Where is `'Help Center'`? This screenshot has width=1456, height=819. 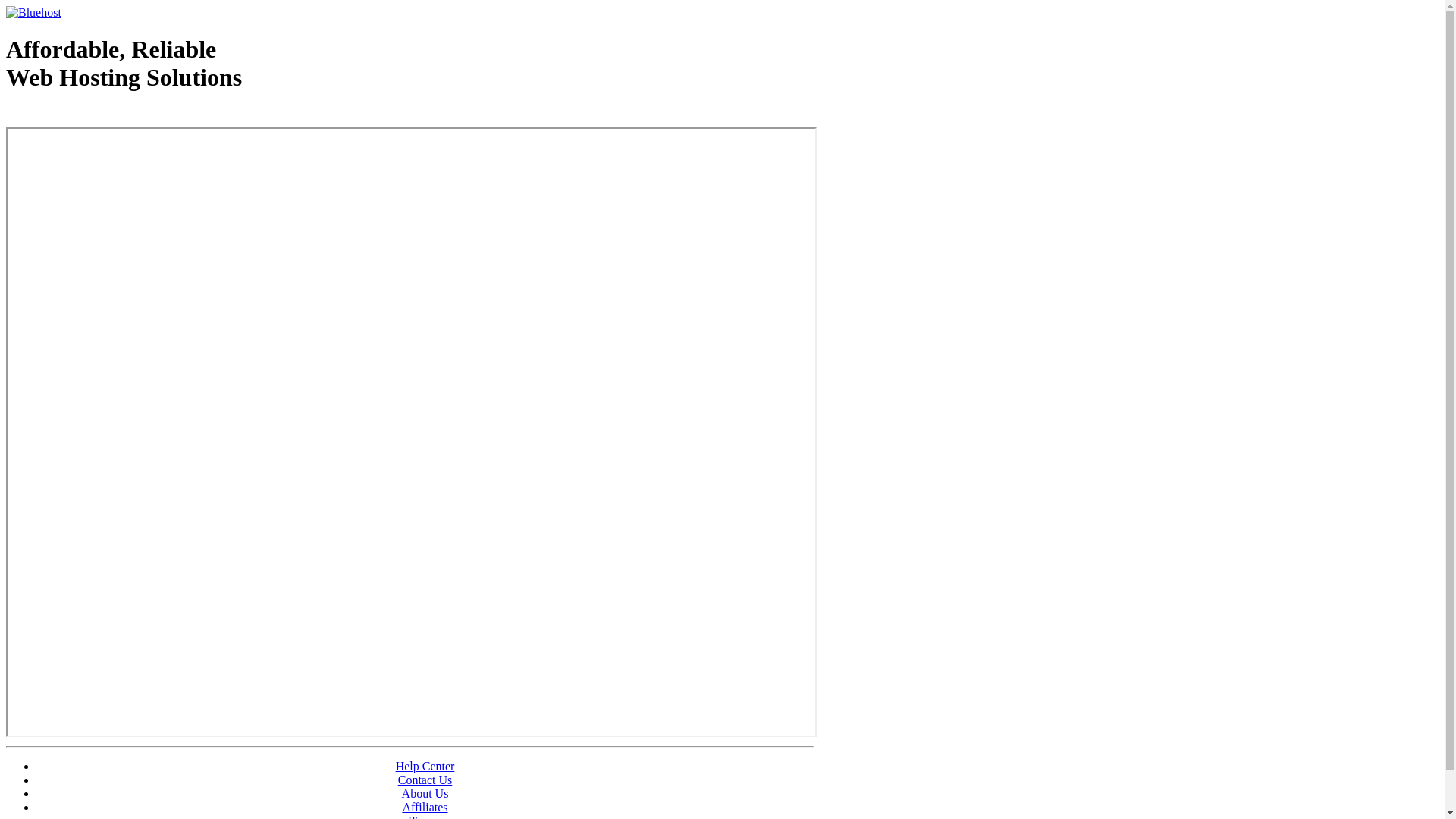 'Help Center' is located at coordinates (425, 766).